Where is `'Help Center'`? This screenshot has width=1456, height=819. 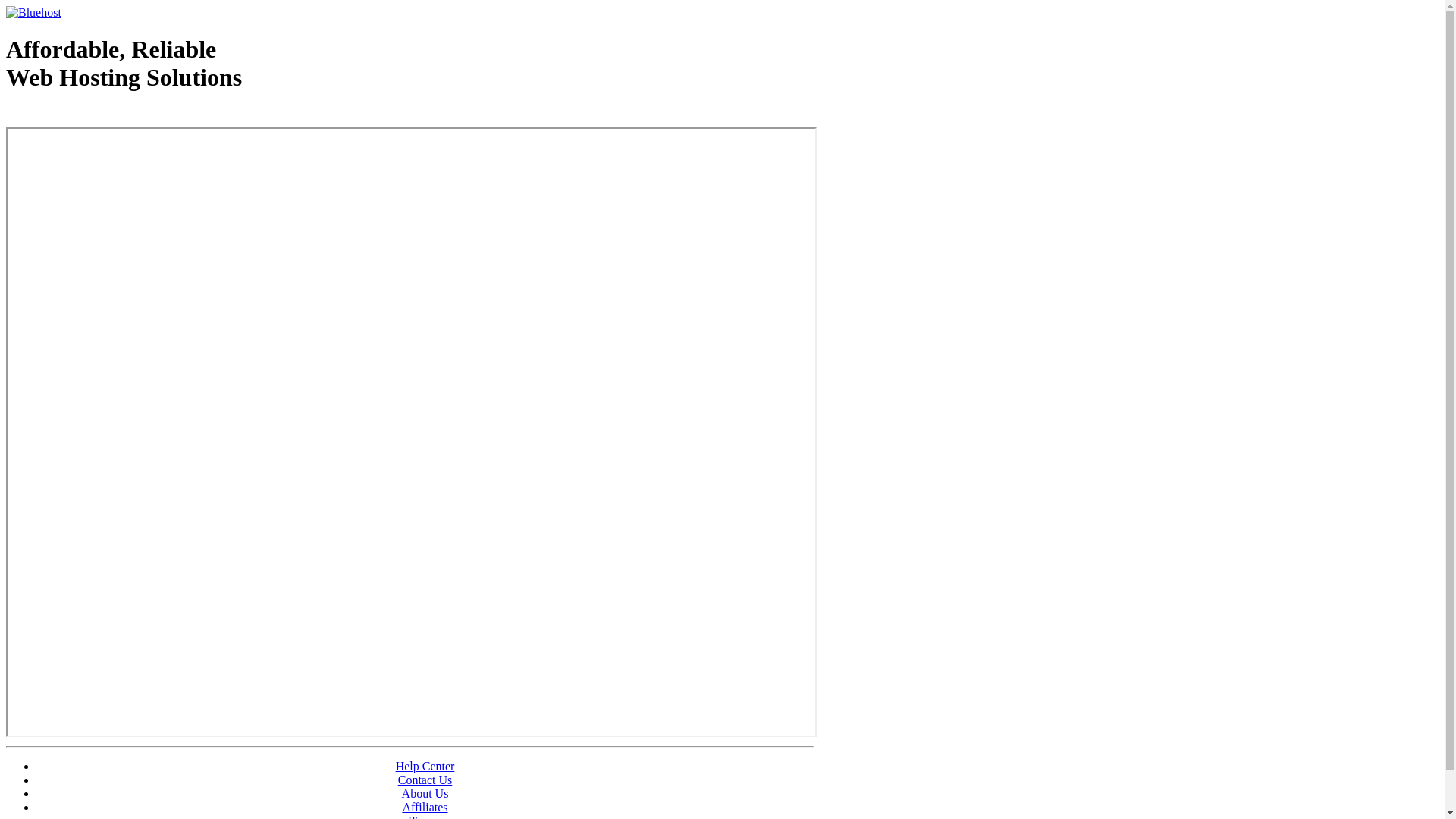 'Help Center' is located at coordinates (425, 766).